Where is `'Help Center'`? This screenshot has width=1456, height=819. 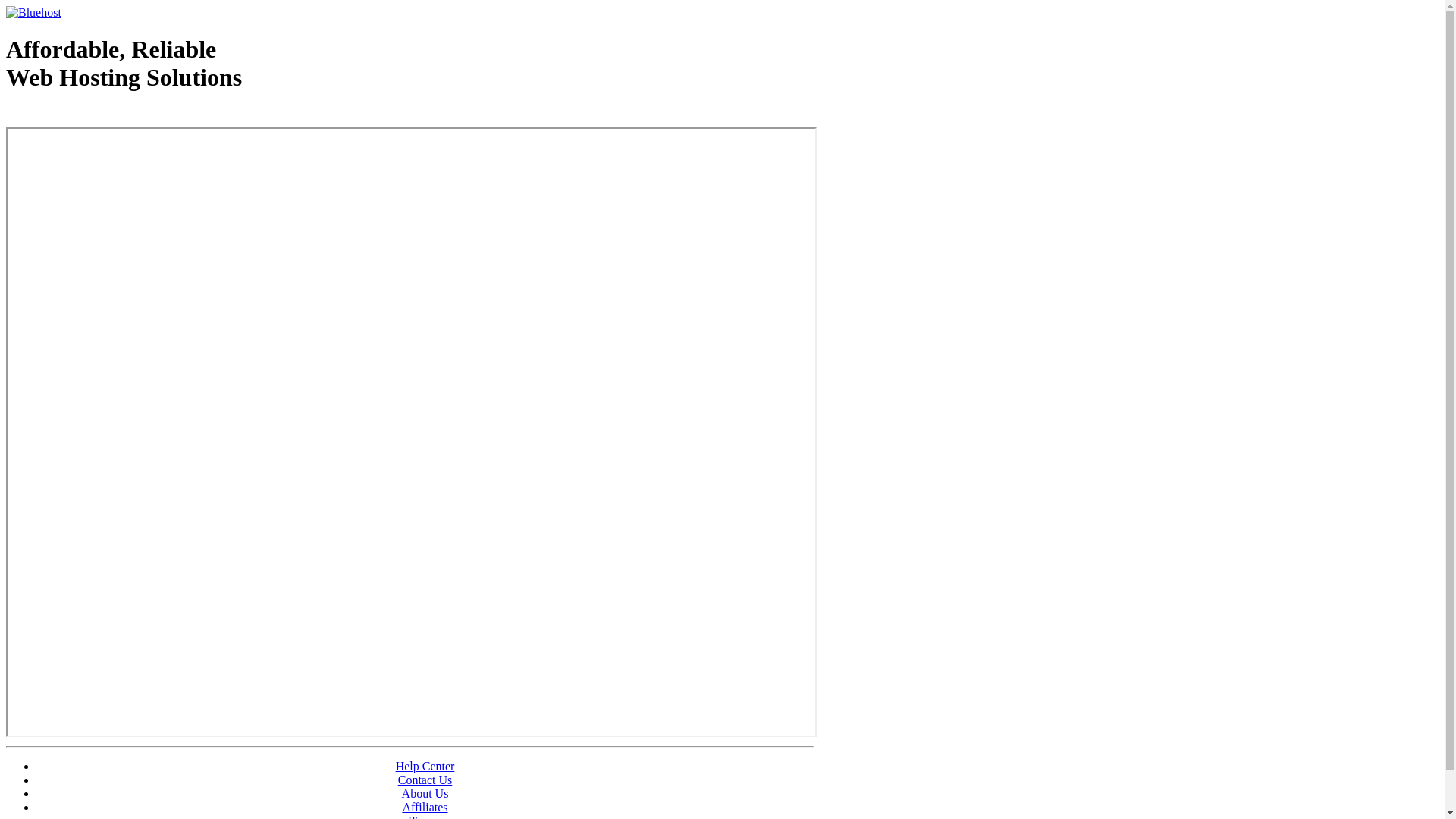 'Help Center' is located at coordinates (425, 766).